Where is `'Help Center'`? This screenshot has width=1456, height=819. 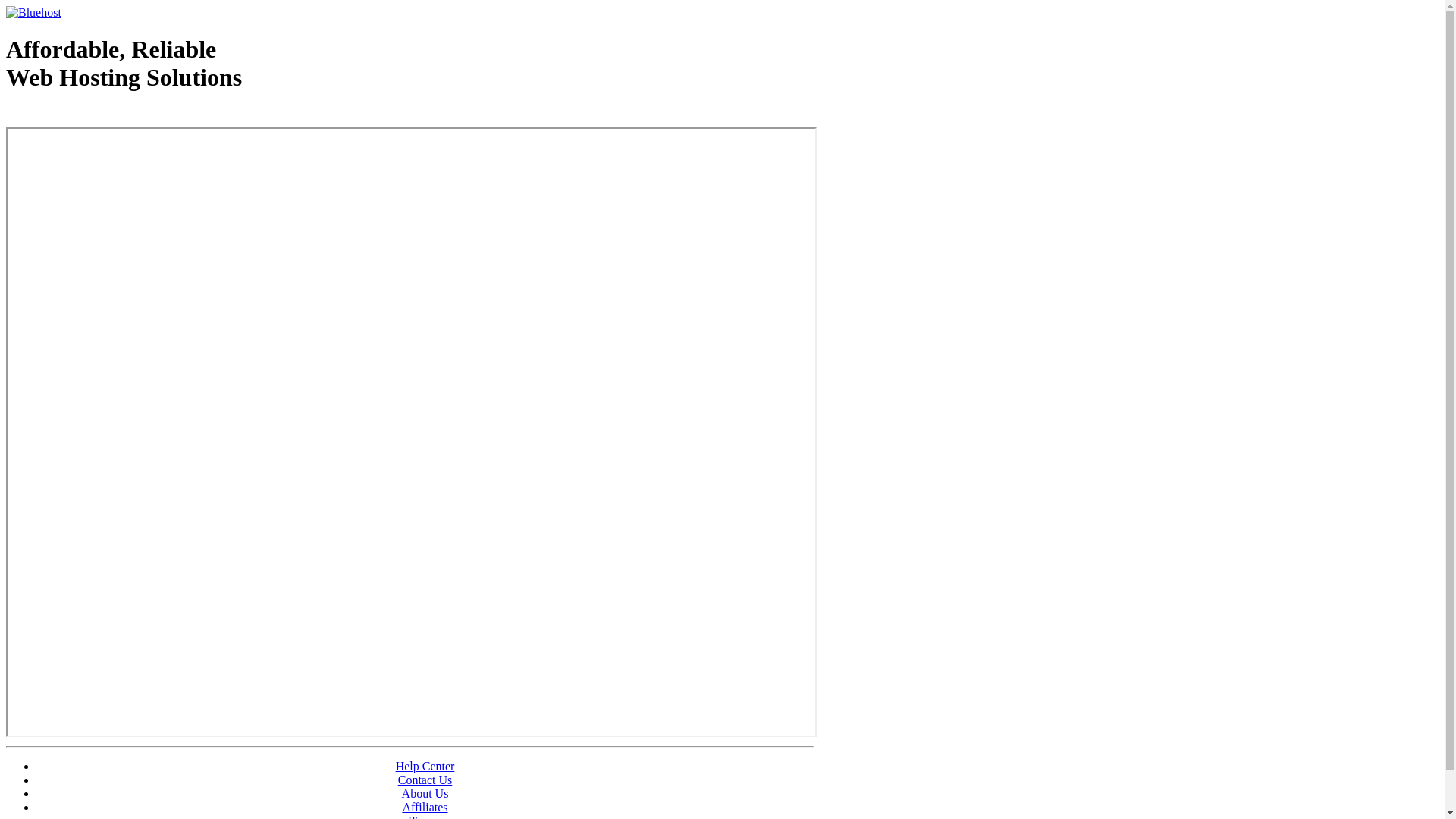 'Help Center' is located at coordinates (425, 766).